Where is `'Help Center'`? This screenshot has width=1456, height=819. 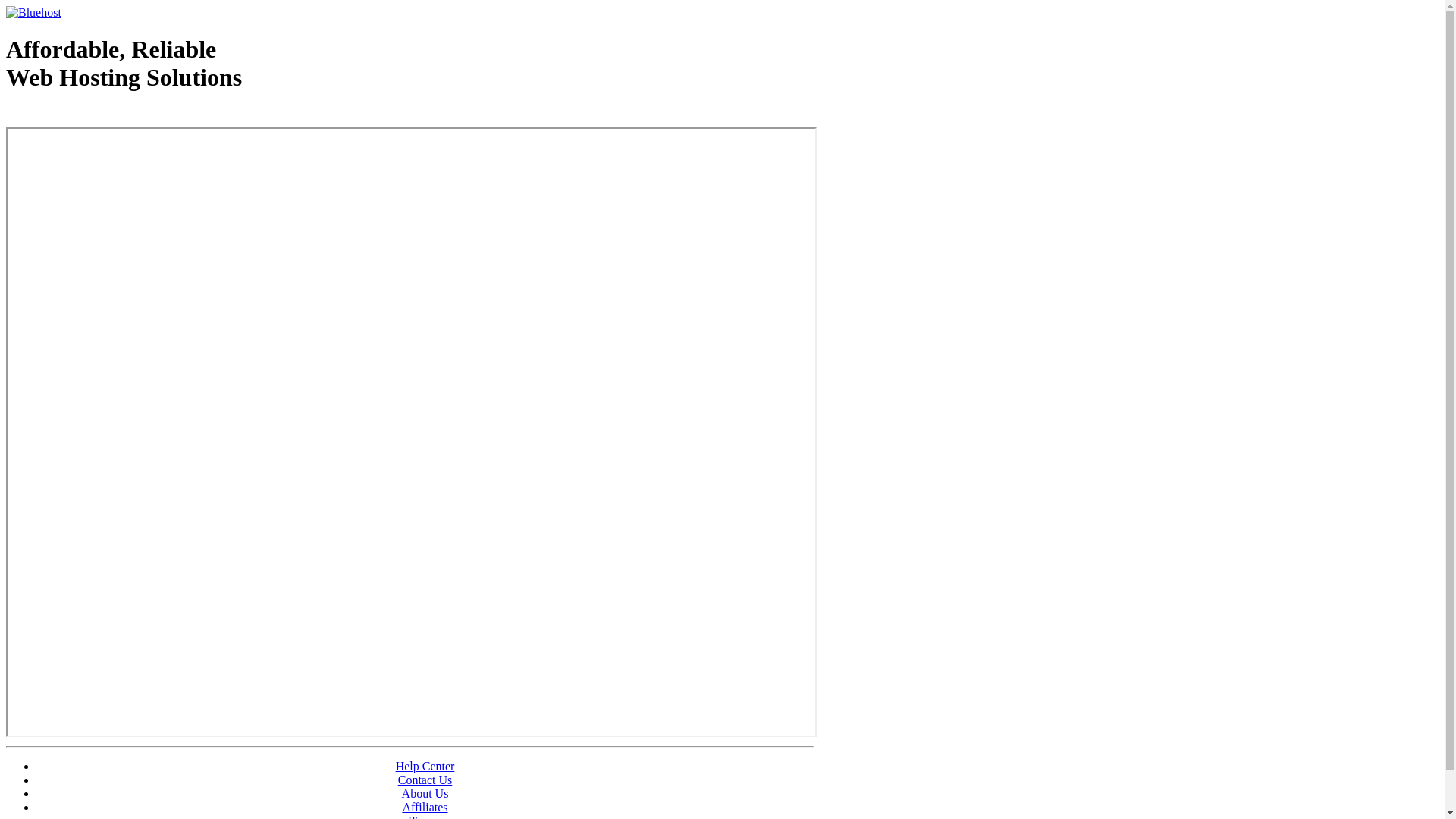 'Help Center' is located at coordinates (425, 766).